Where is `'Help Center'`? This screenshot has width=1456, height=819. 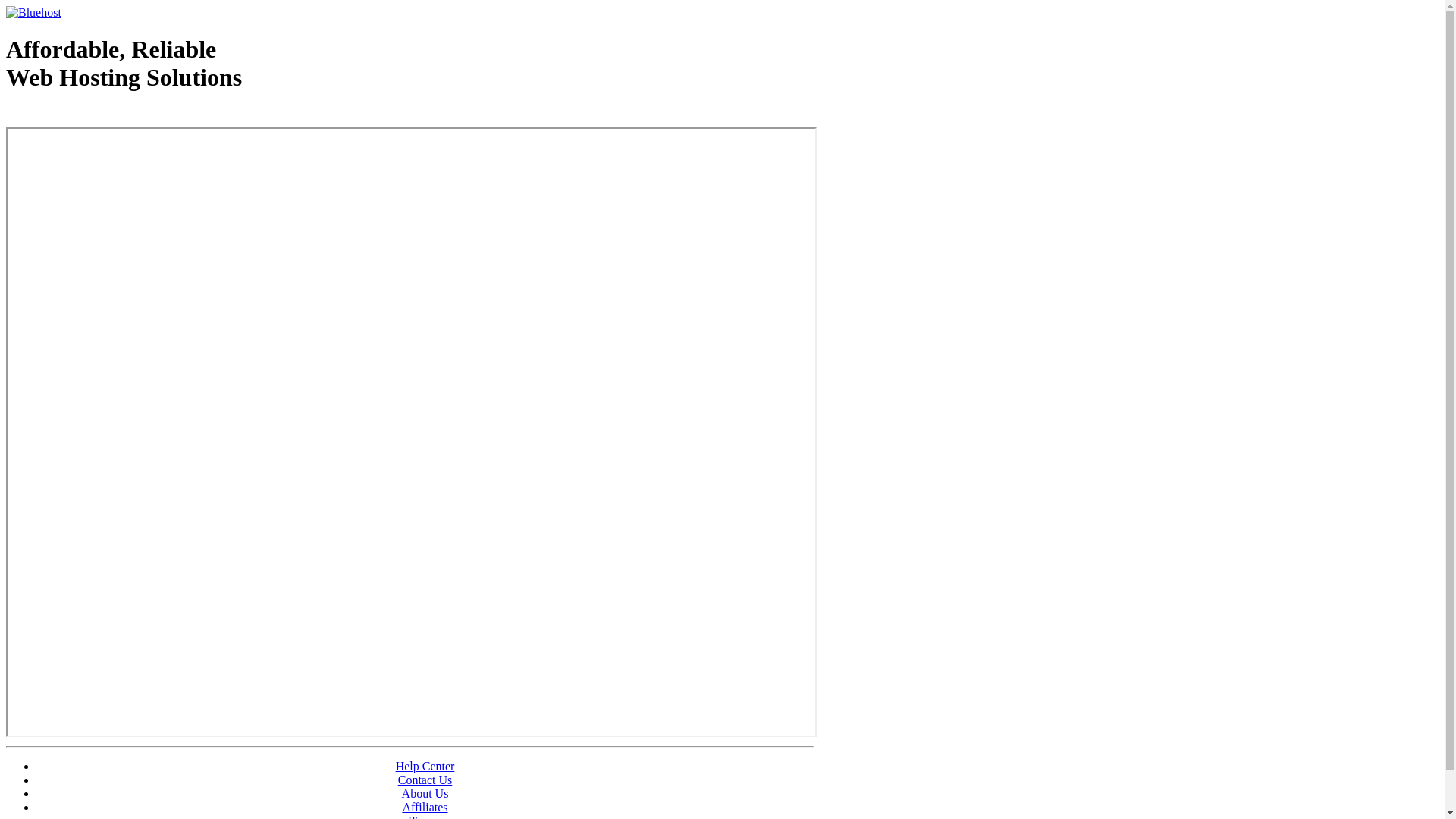 'Help Center' is located at coordinates (425, 766).